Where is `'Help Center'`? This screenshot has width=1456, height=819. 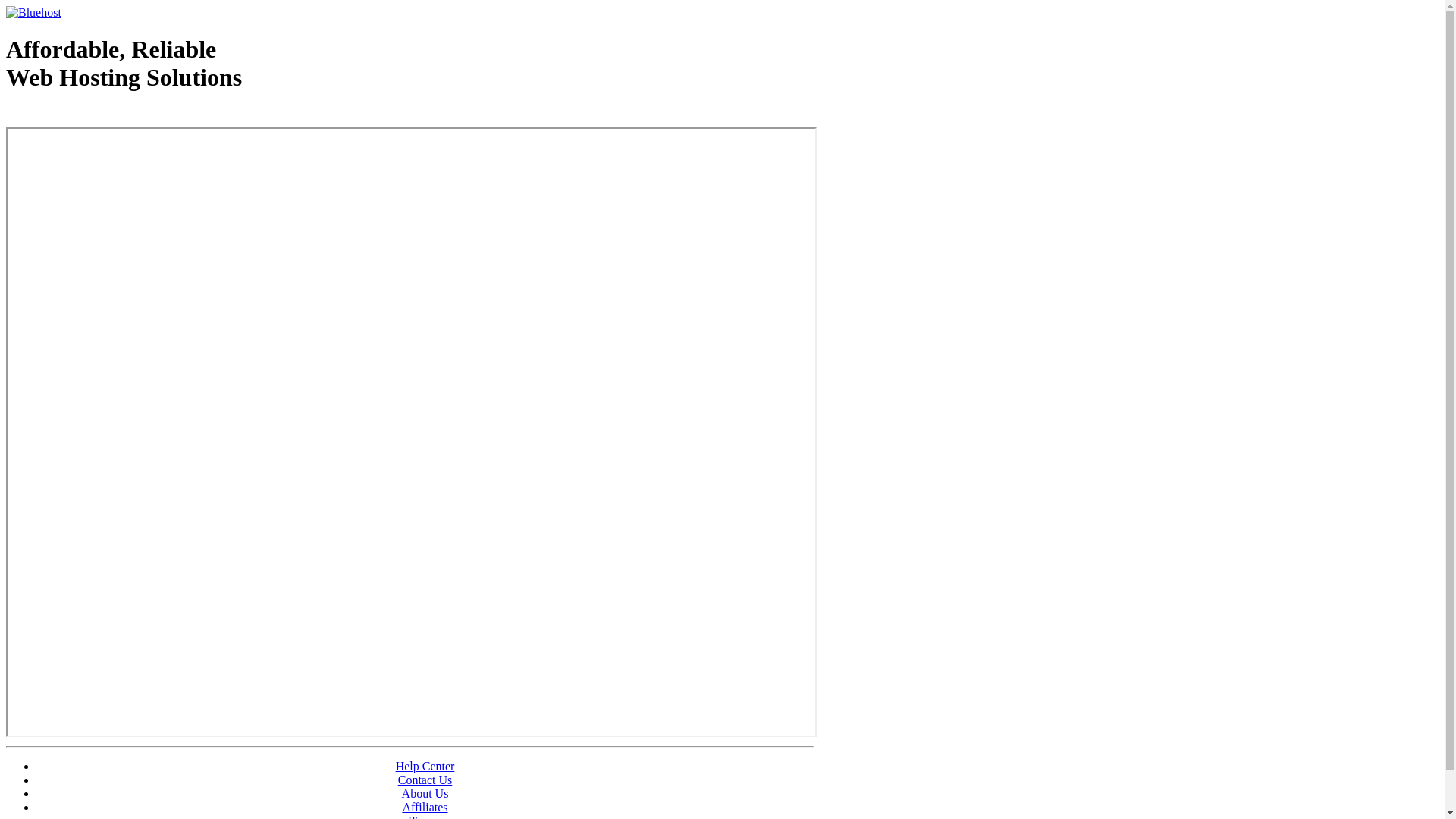 'Help Center' is located at coordinates (425, 766).